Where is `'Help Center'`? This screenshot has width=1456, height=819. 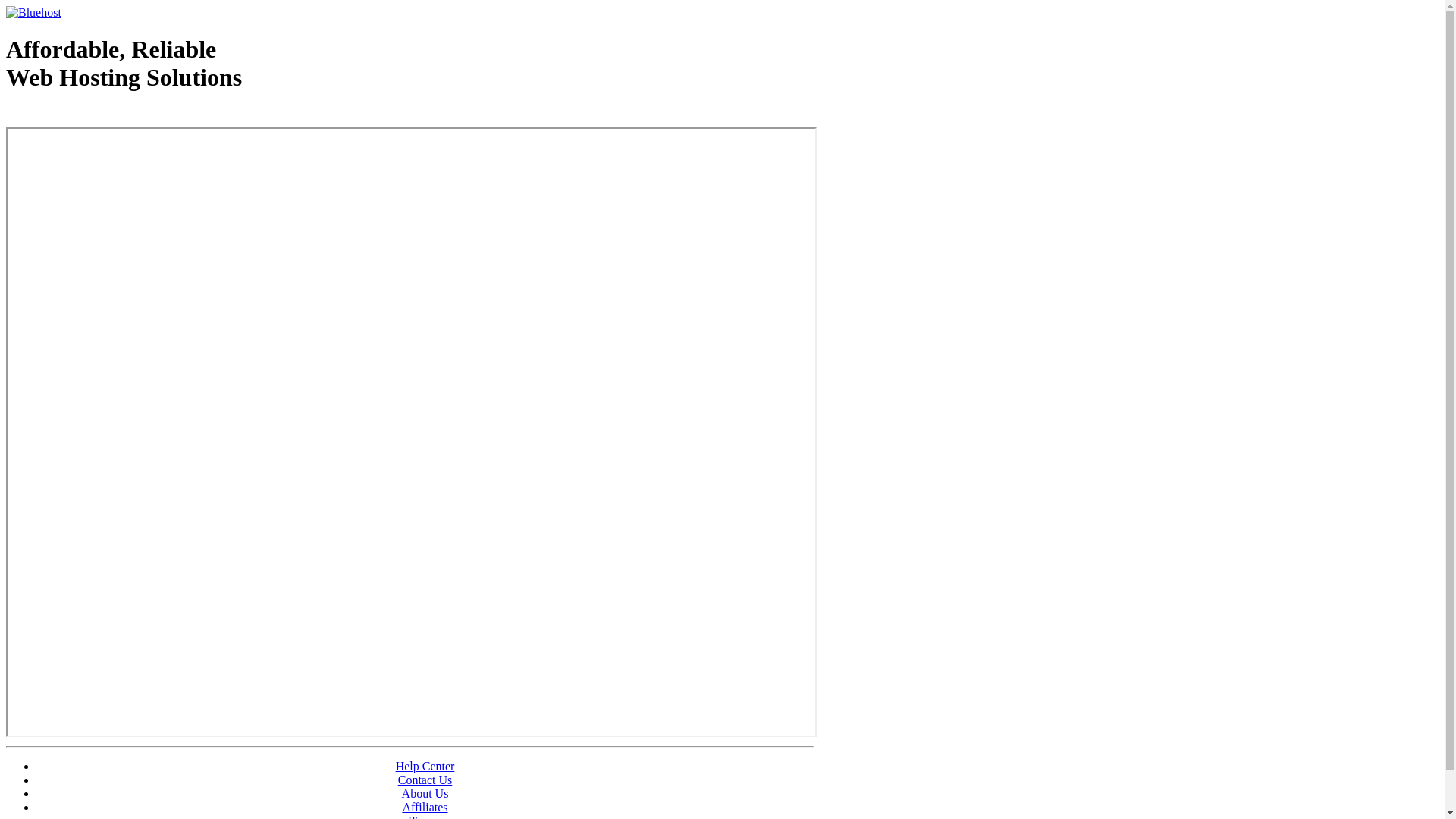 'Help Center' is located at coordinates (425, 766).